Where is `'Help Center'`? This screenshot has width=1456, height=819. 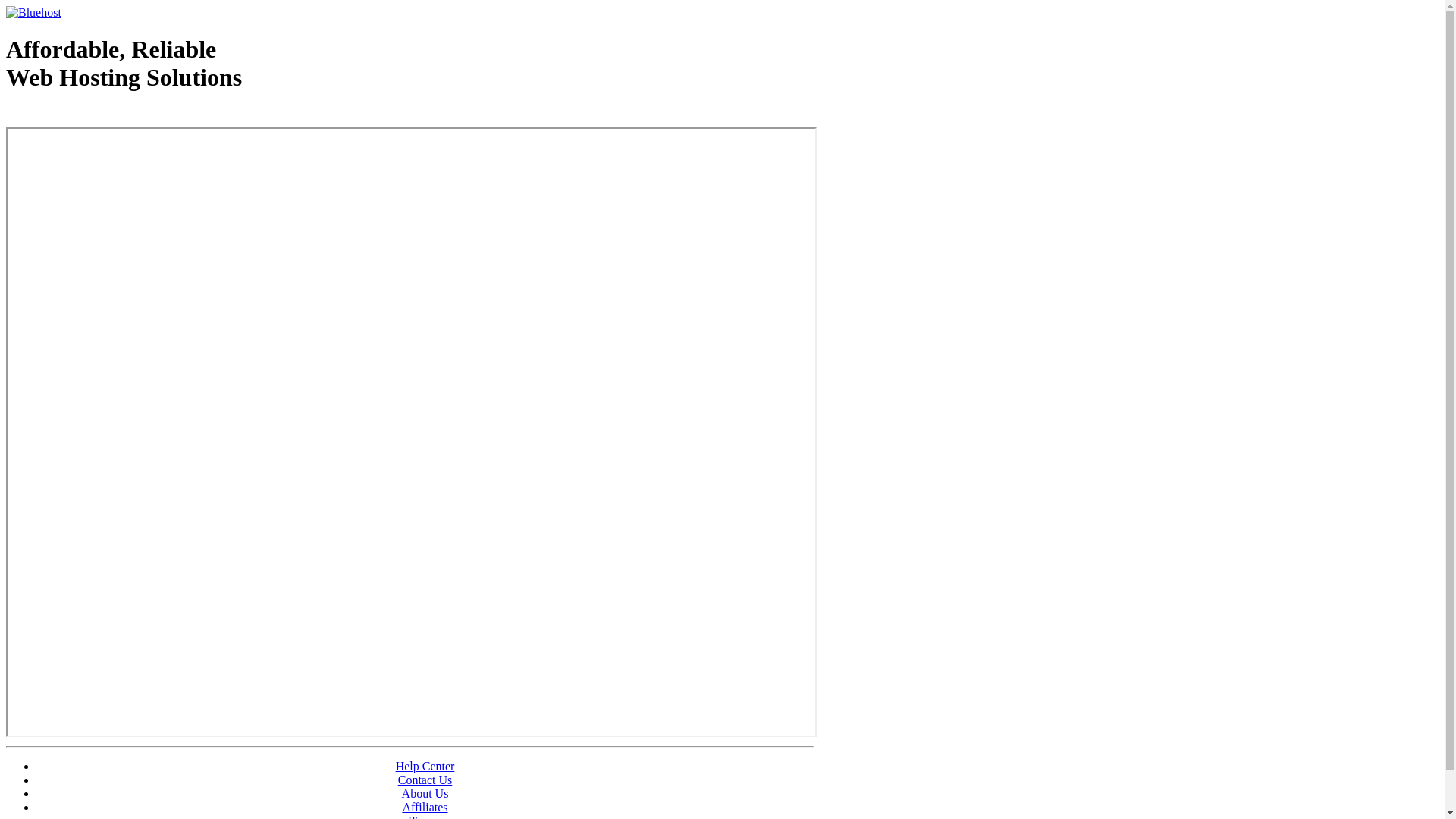 'Help Center' is located at coordinates (425, 766).